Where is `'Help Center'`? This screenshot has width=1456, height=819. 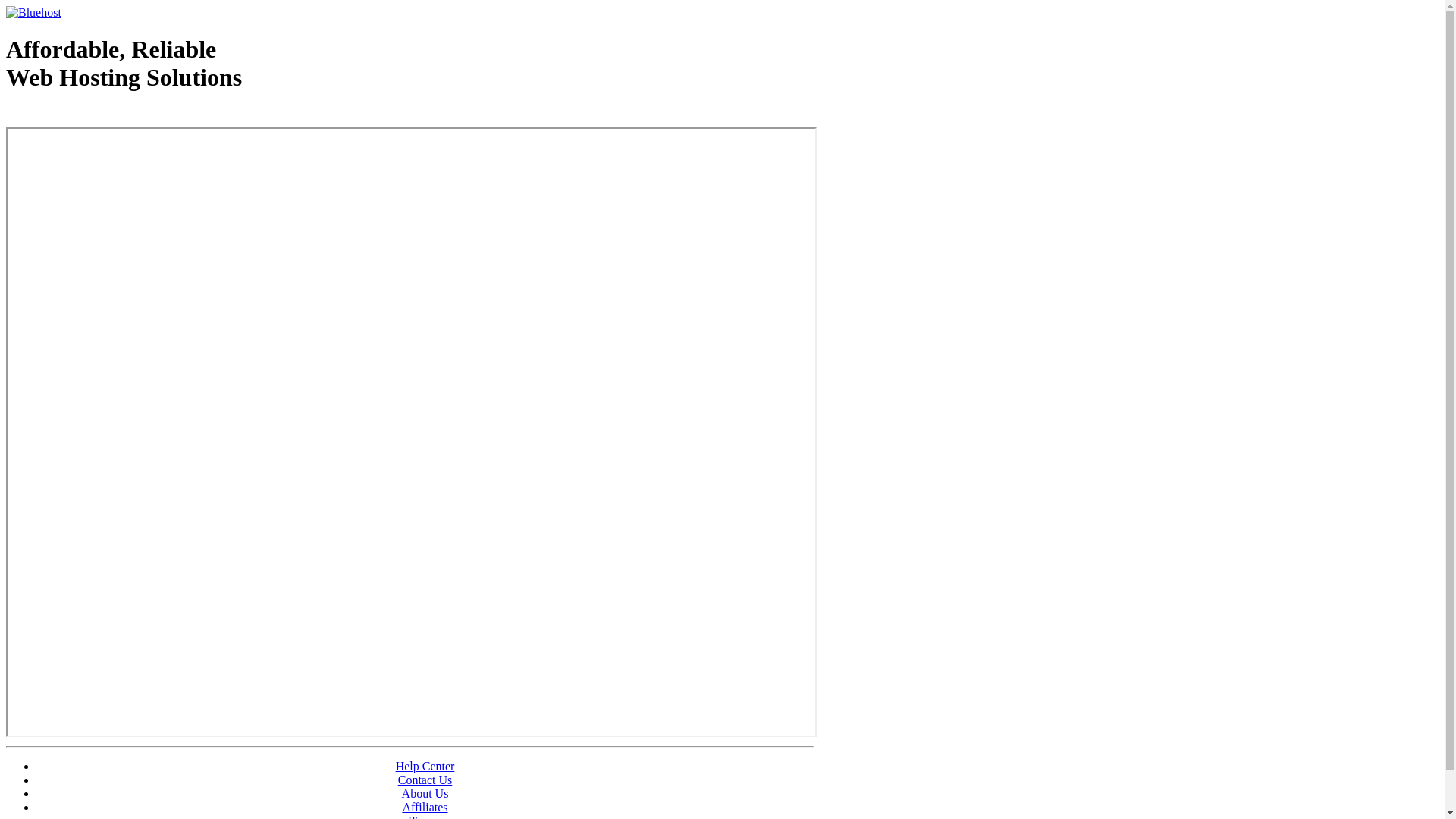 'Help Center' is located at coordinates (425, 766).